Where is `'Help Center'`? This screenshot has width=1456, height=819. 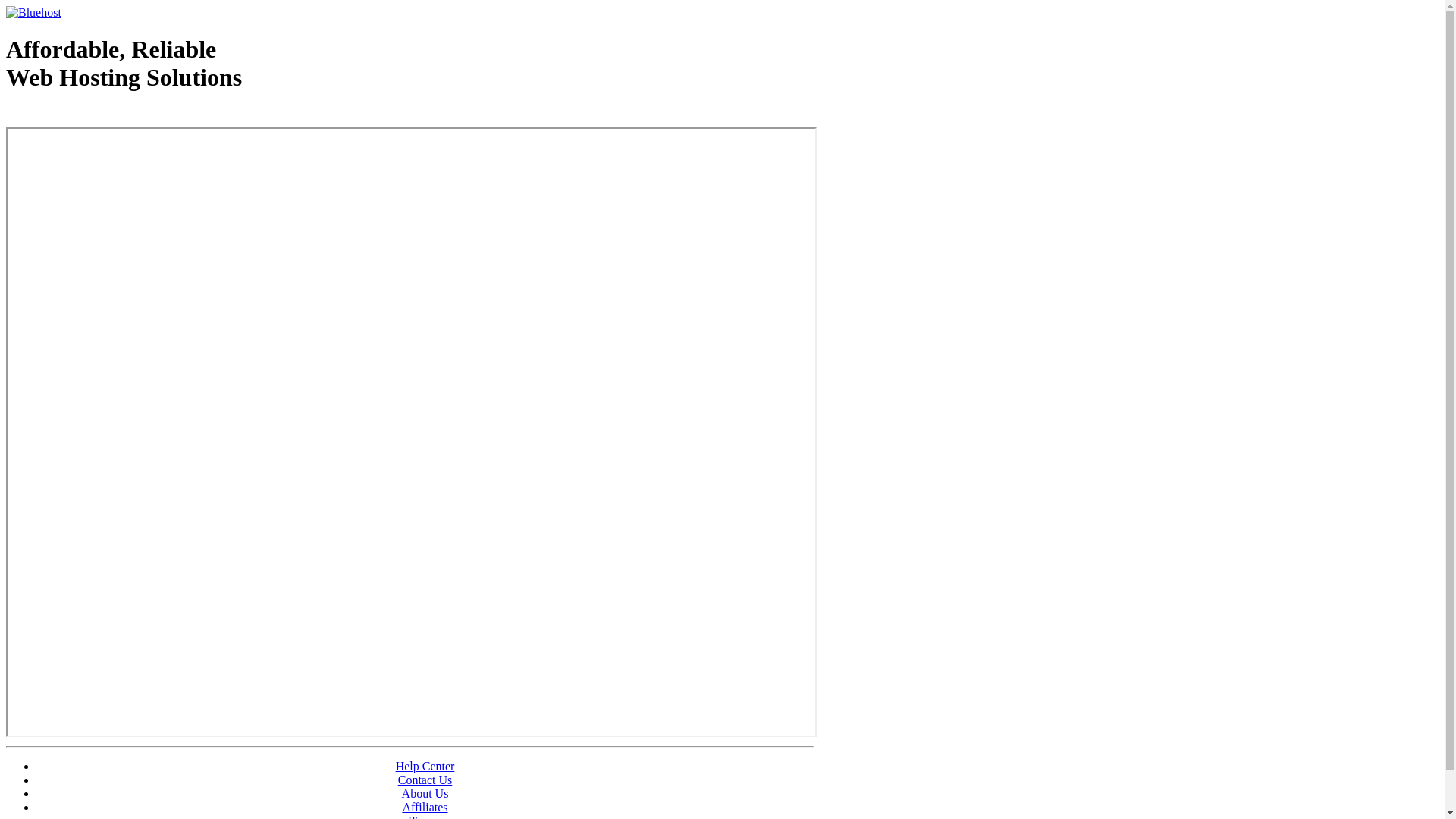 'Help Center' is located at coordinates (425, 766).